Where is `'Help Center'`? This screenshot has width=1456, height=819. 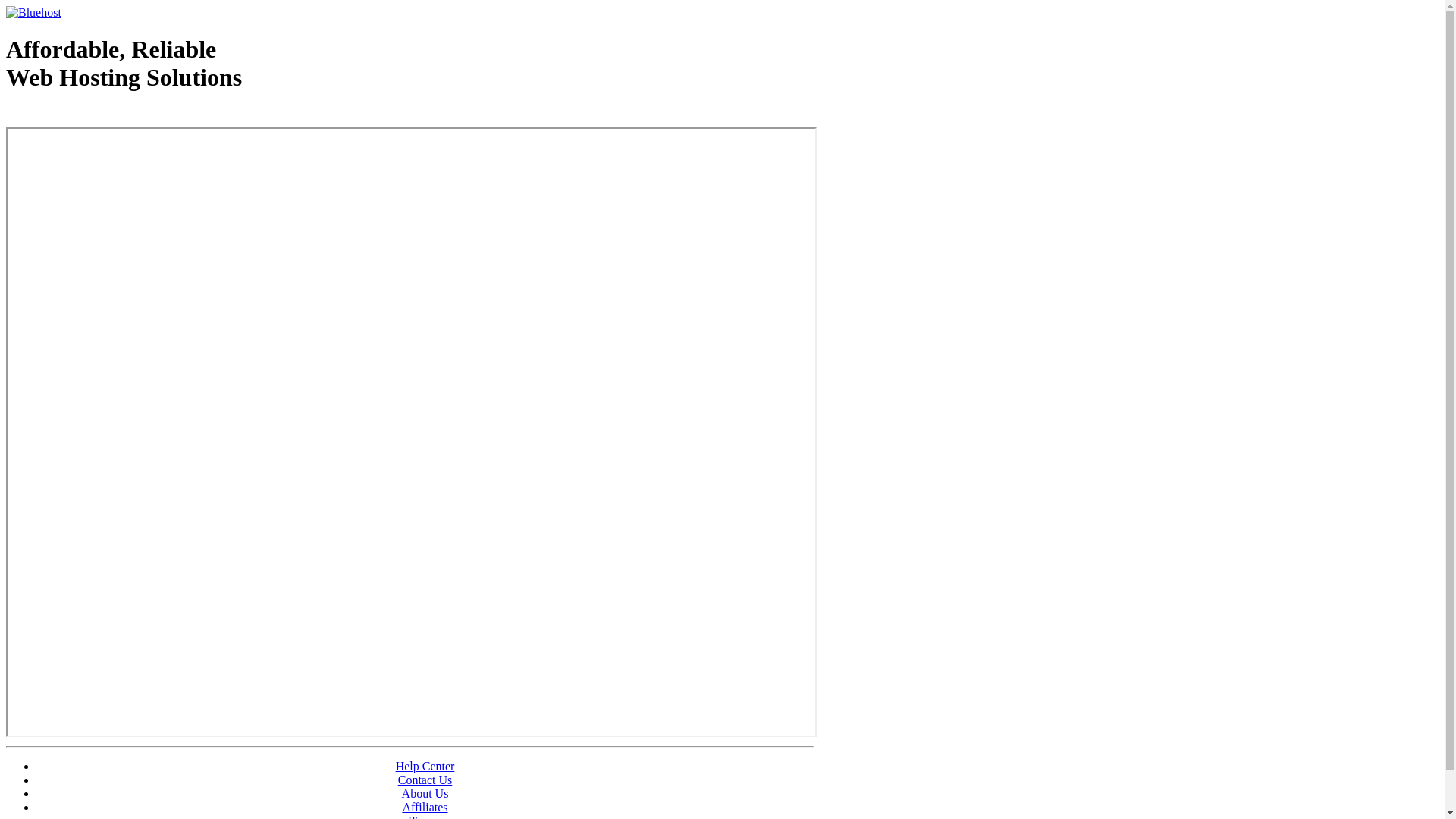 'Help Center' is located at coordinates (425, 766).